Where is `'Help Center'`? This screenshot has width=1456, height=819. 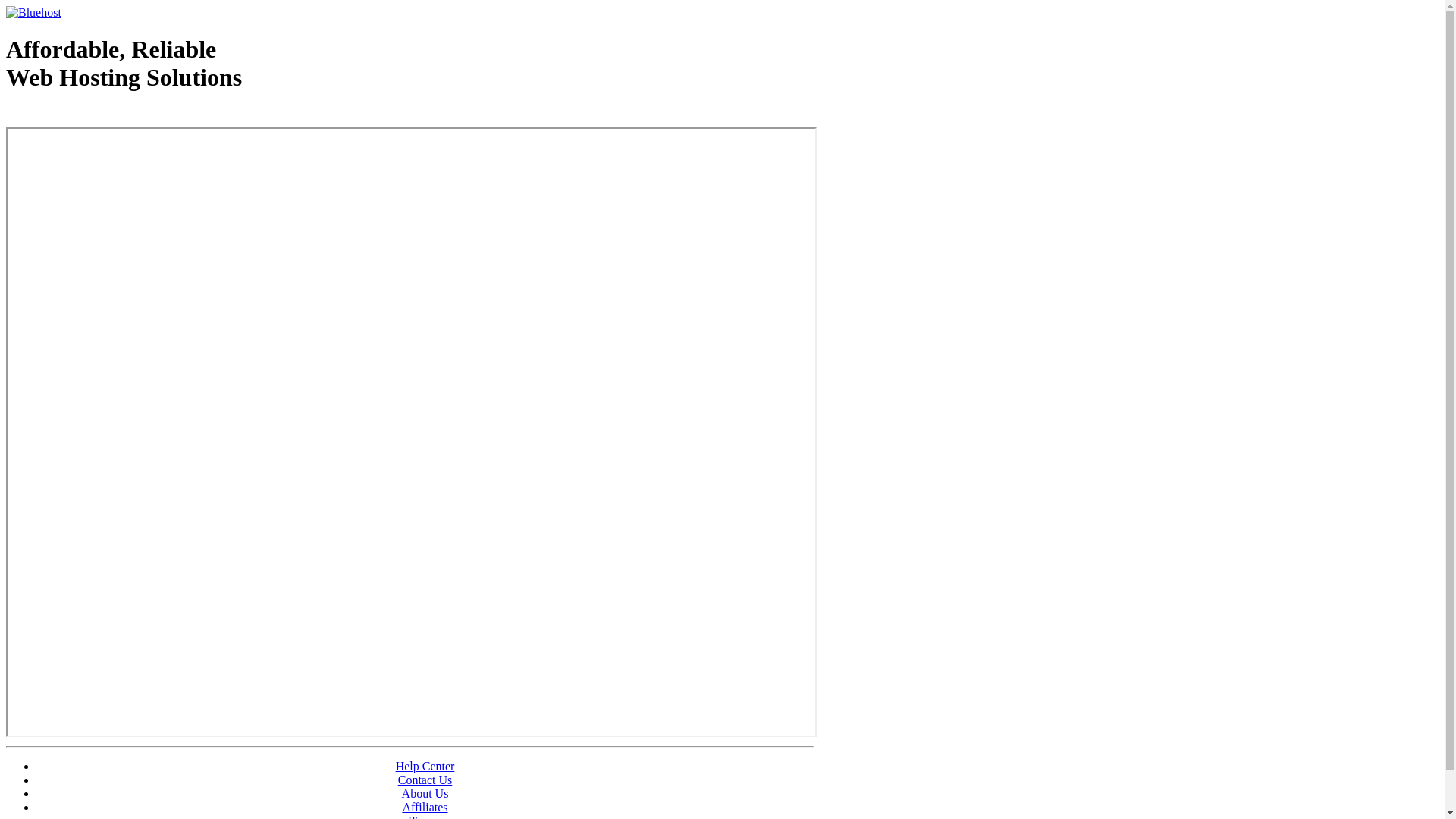 'Help Center' is located at coordinates (425, 766).